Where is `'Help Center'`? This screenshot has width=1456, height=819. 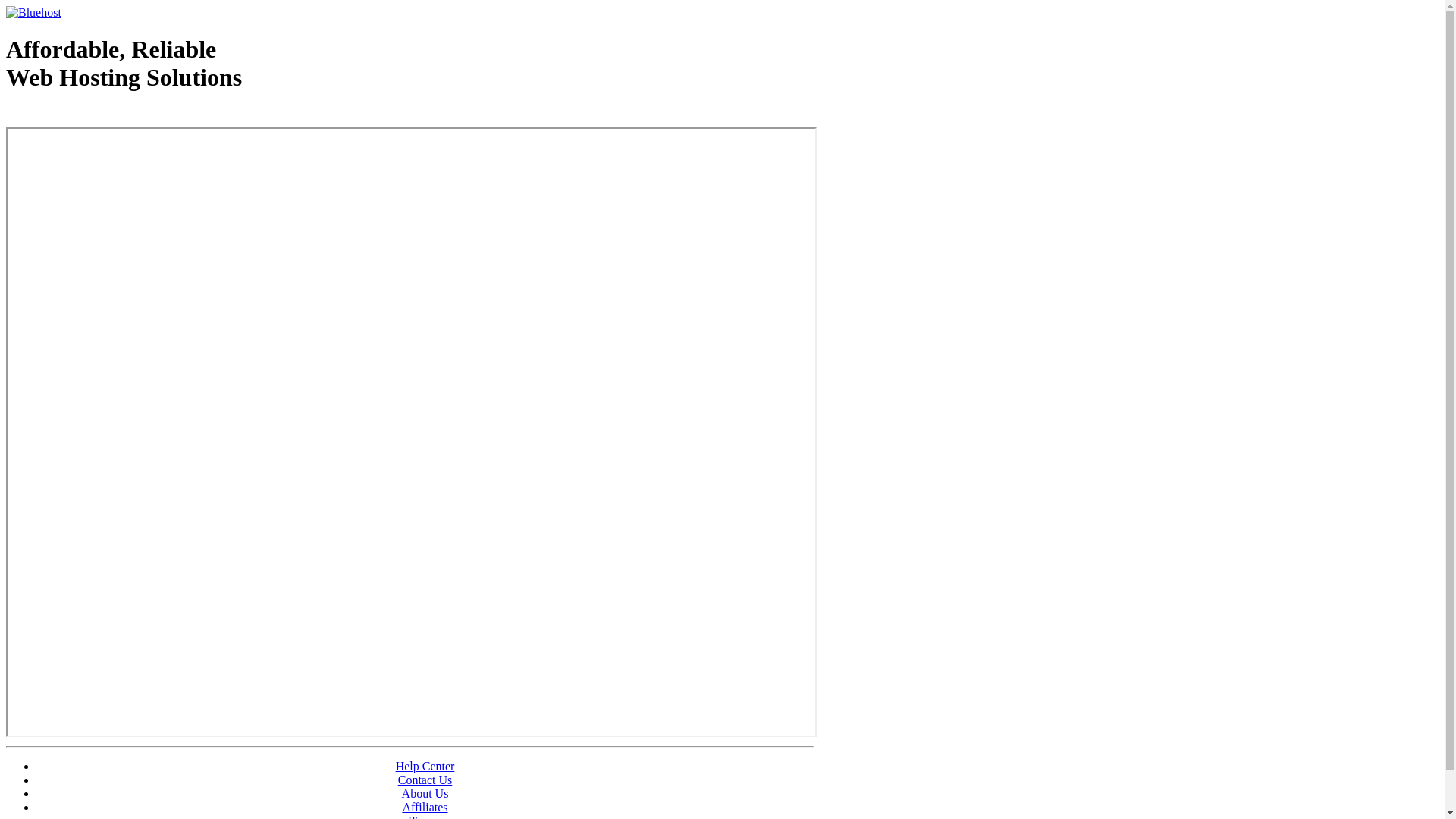 'Help Center' is located at coordinates (425, 766).